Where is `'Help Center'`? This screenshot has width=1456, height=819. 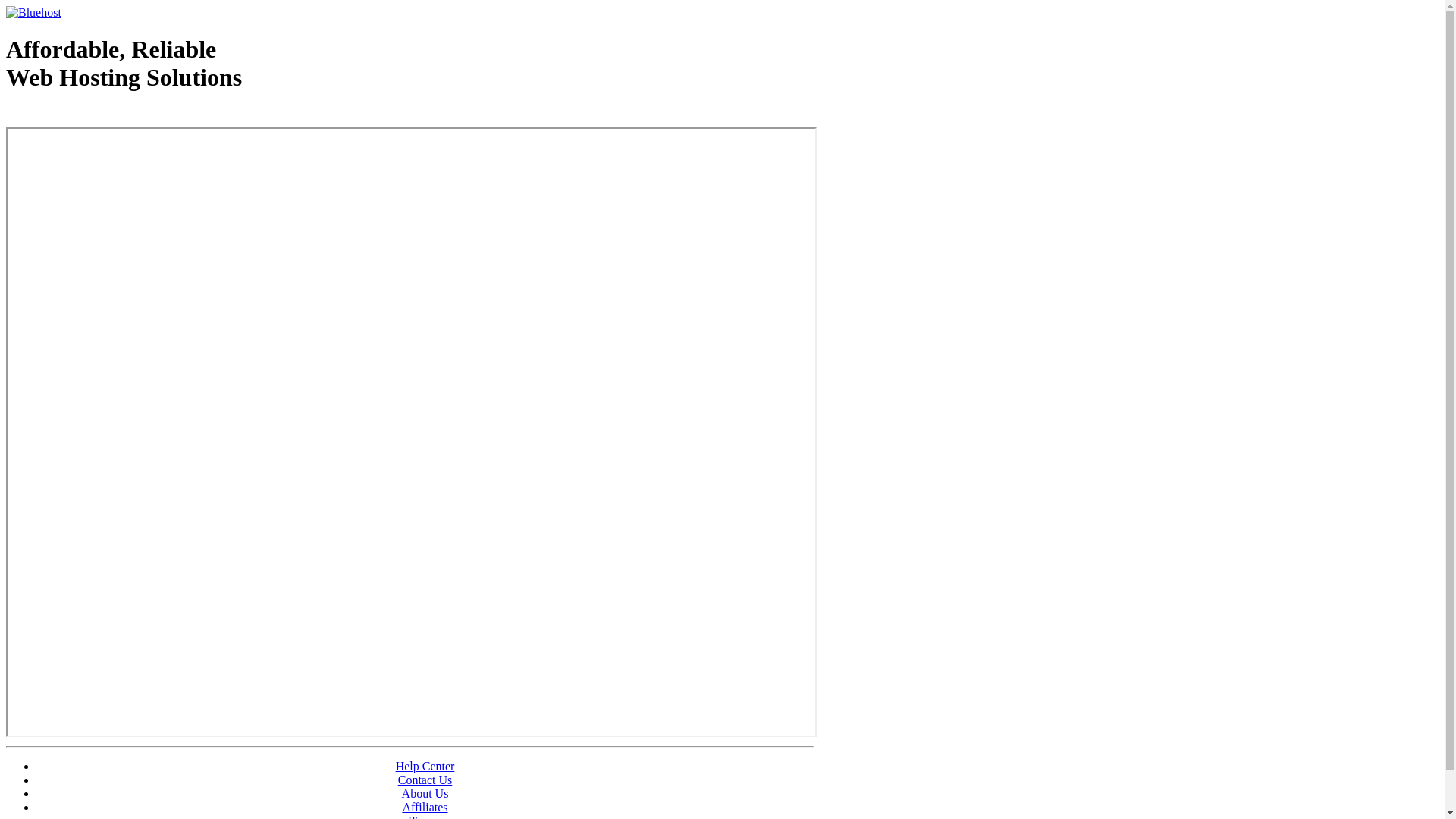 'Help Center' is located at coordinates (425, 766).